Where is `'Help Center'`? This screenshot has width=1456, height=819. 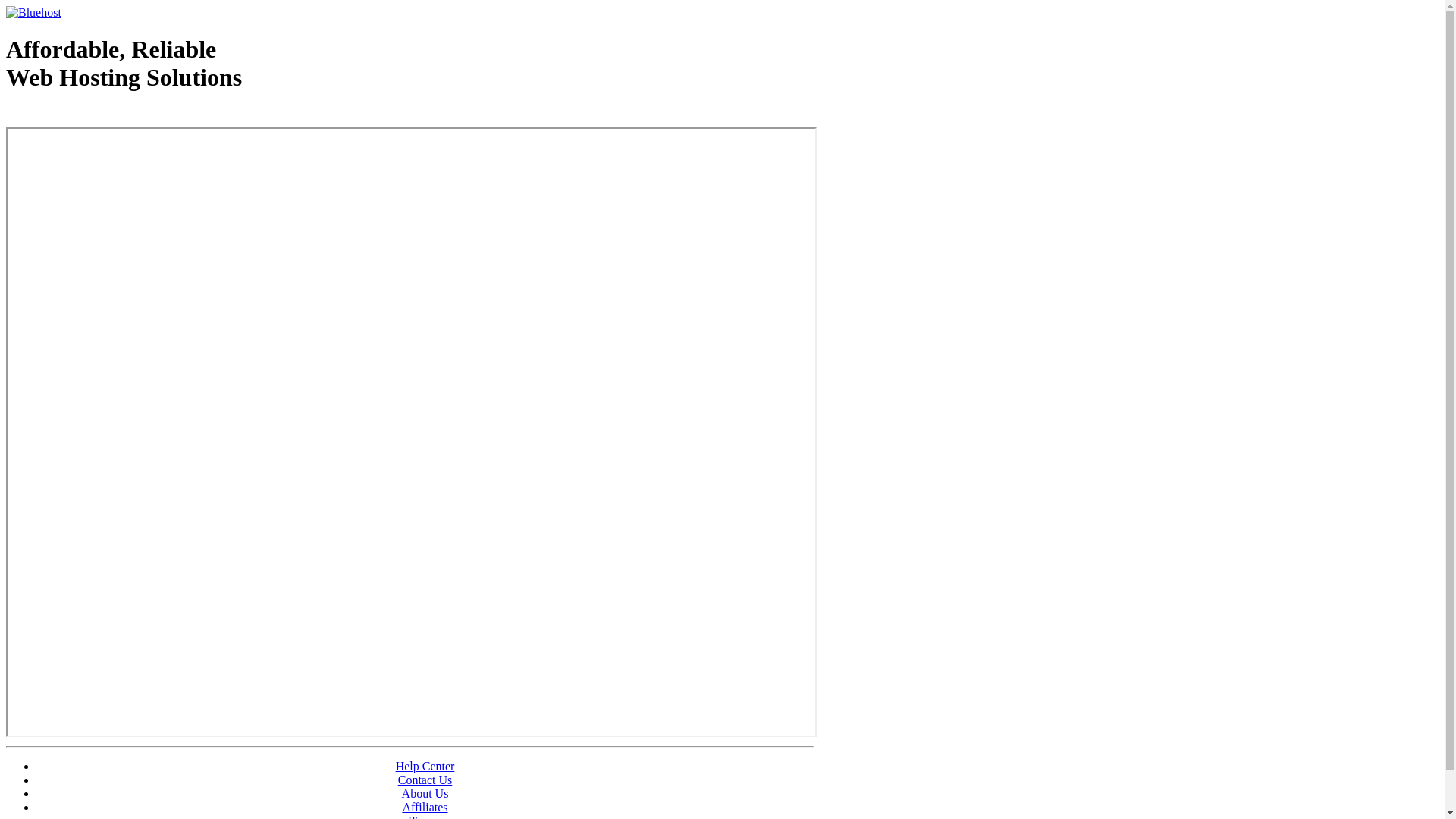 'Help Center' is located at coordinates (425, 766).